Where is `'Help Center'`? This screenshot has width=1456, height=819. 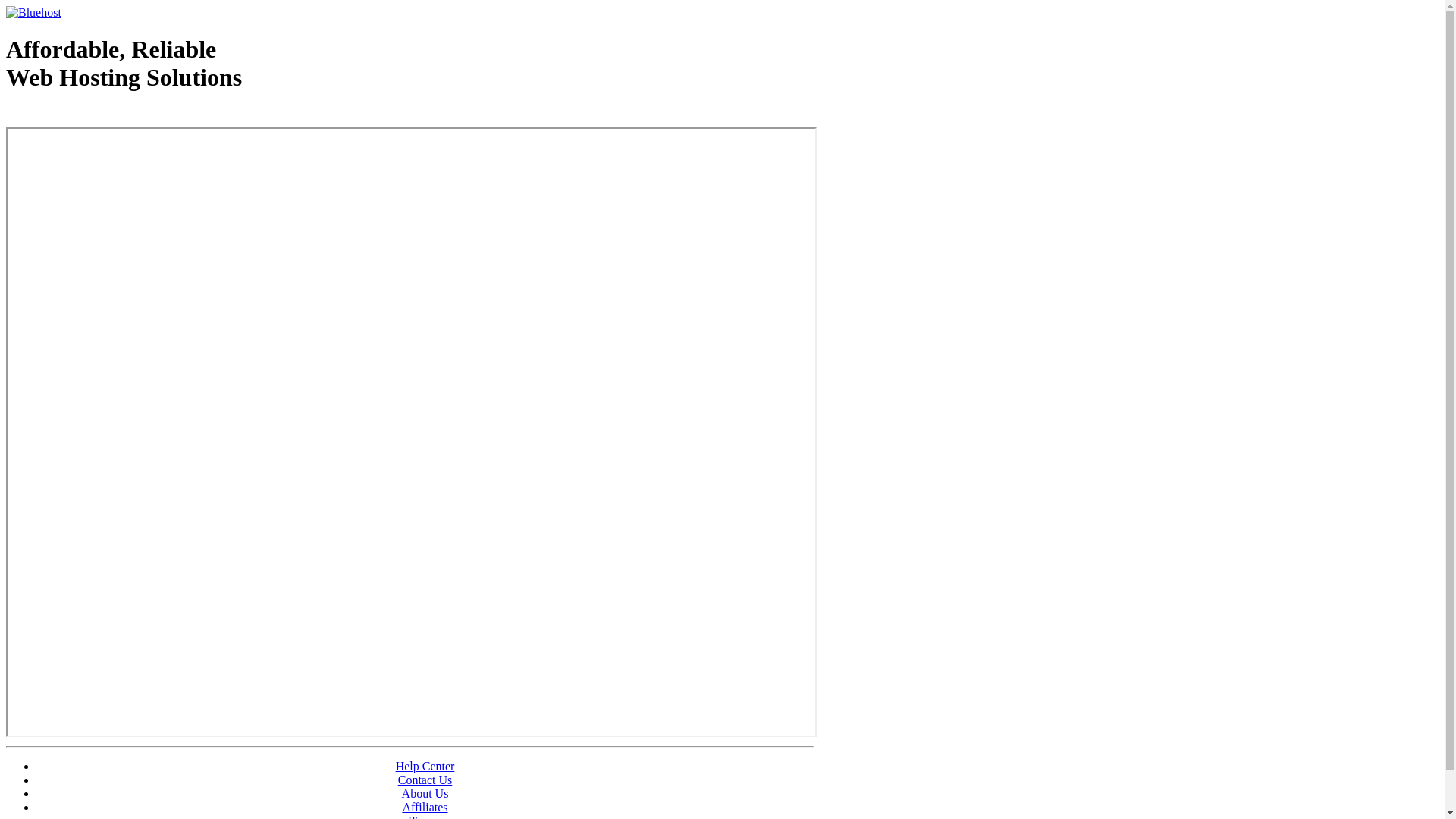 'Help Center' is located at coordinates (425, 766).